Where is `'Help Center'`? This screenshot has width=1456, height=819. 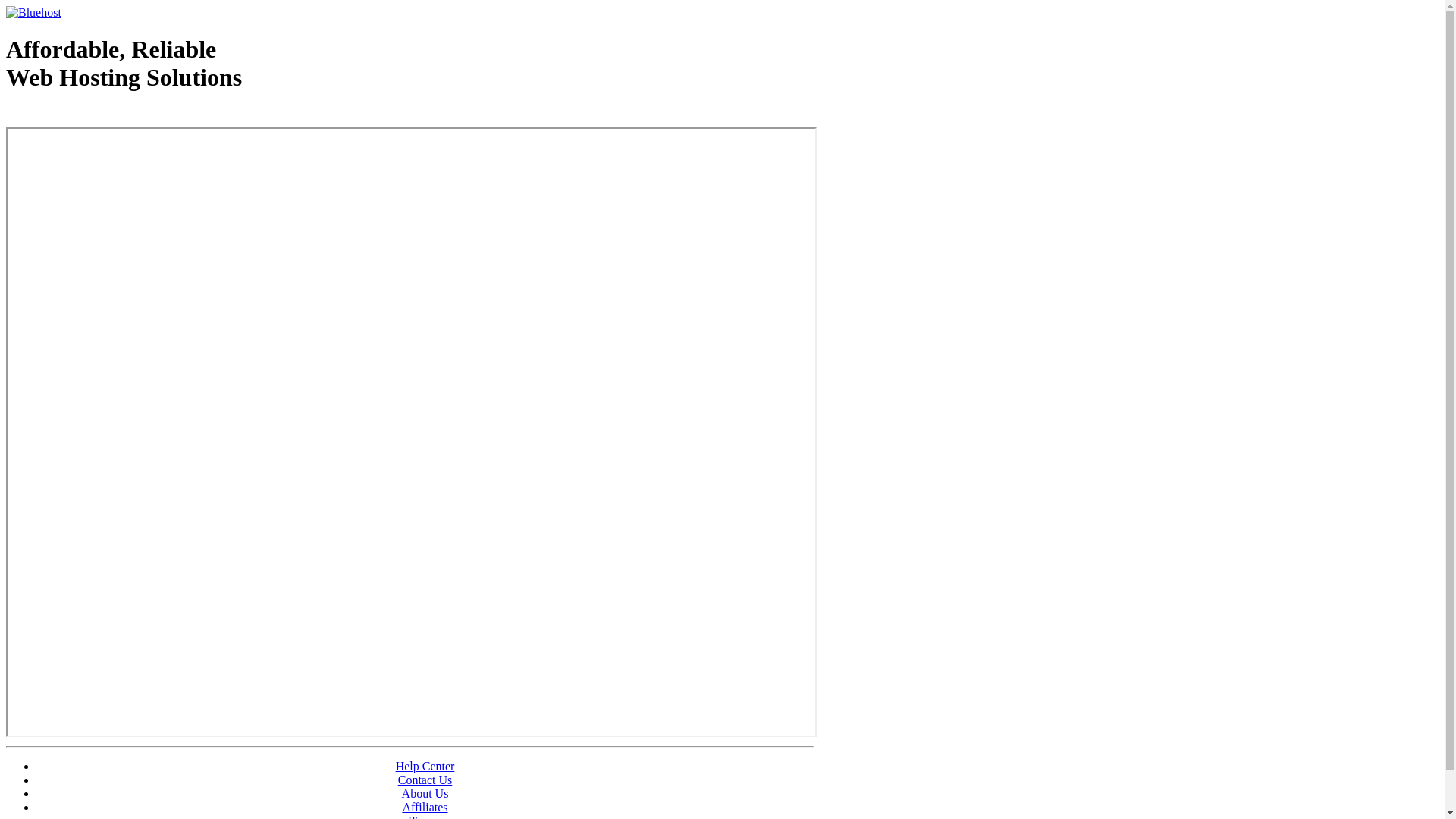 'Help Center' is located at coordinates (425, 766).